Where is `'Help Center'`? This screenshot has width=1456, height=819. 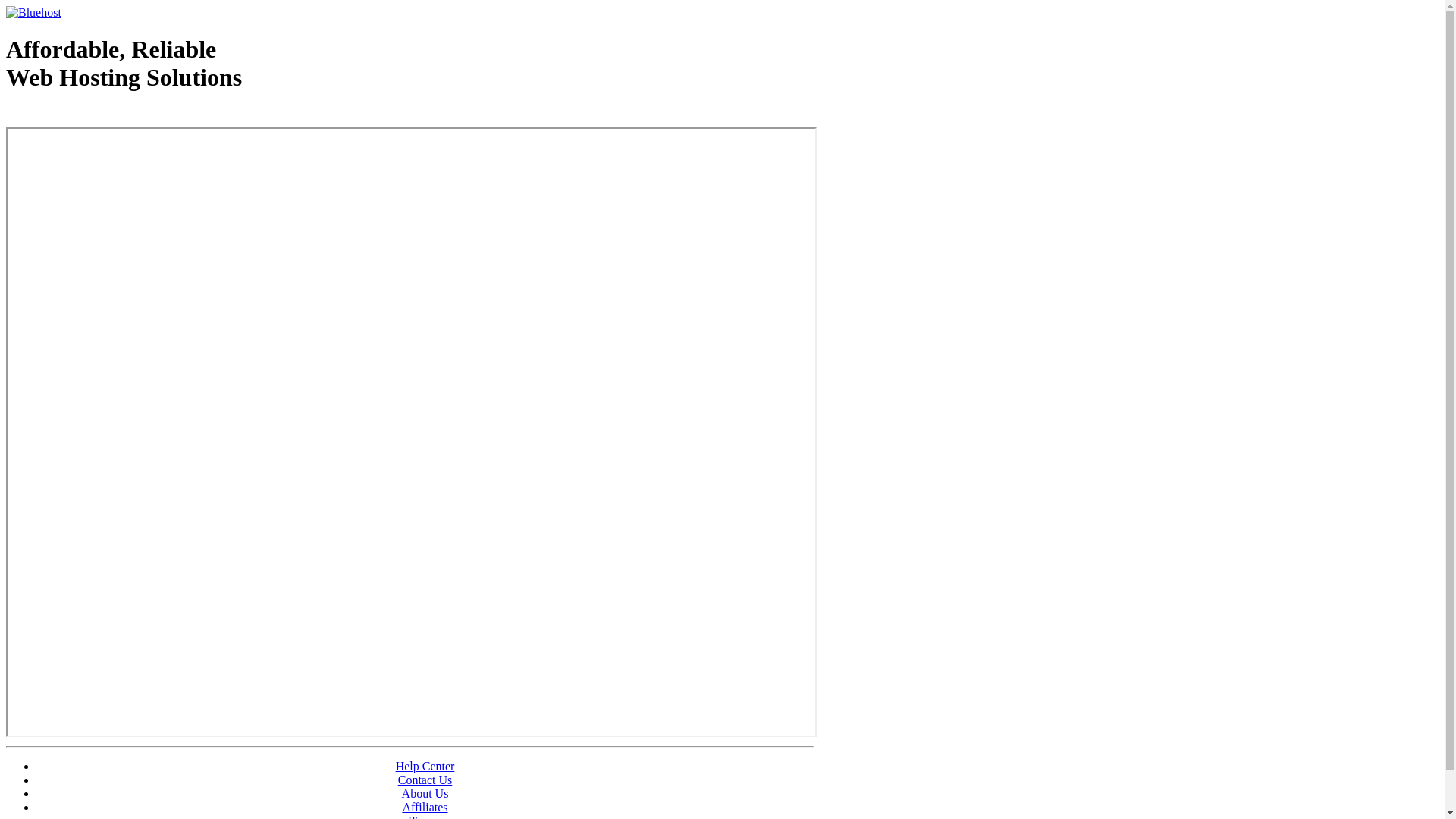 'Help Center' is located at coordinates (425, 766).